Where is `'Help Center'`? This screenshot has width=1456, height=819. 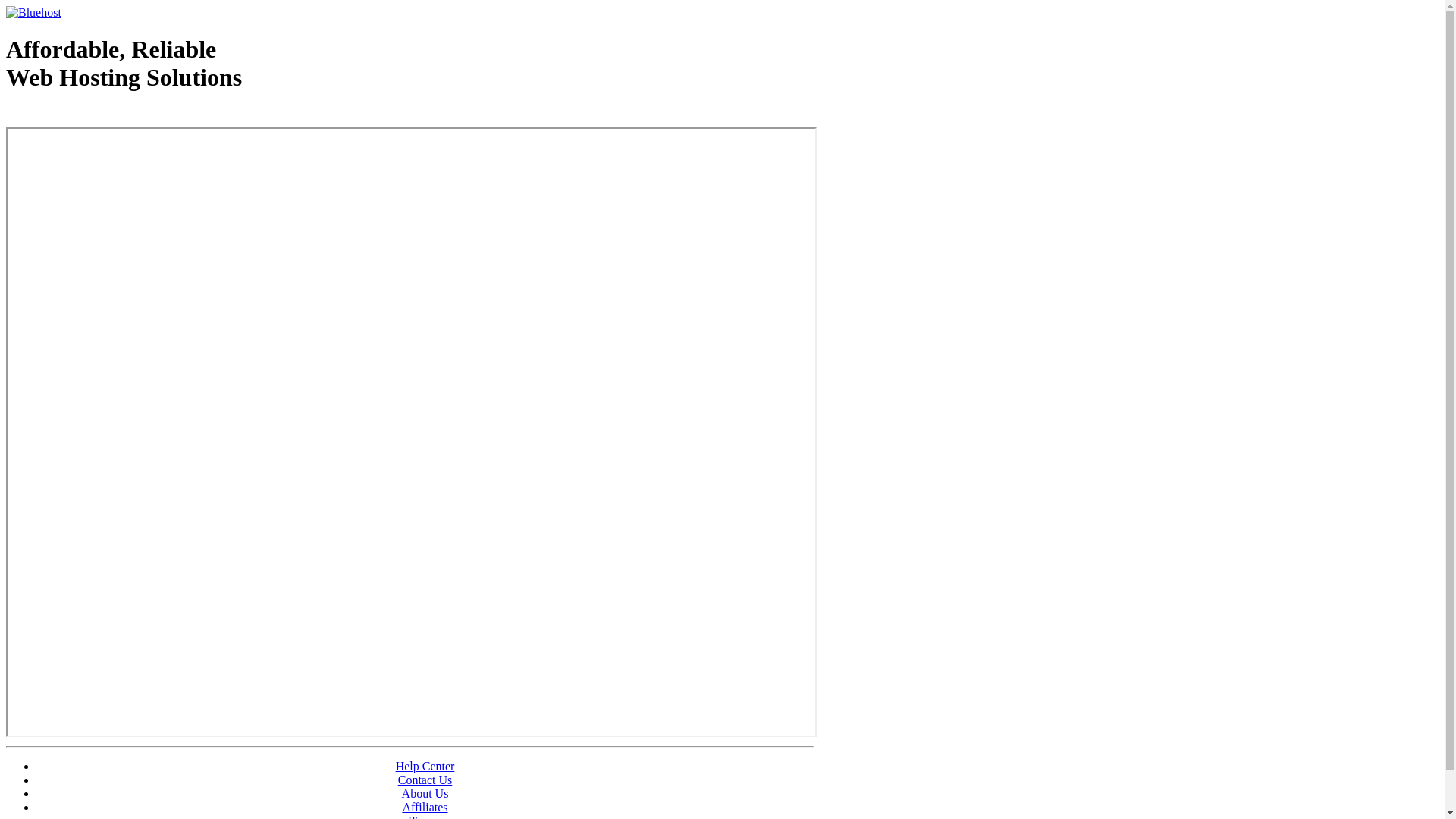 'Help Center' is located at coordinates (425, 766).